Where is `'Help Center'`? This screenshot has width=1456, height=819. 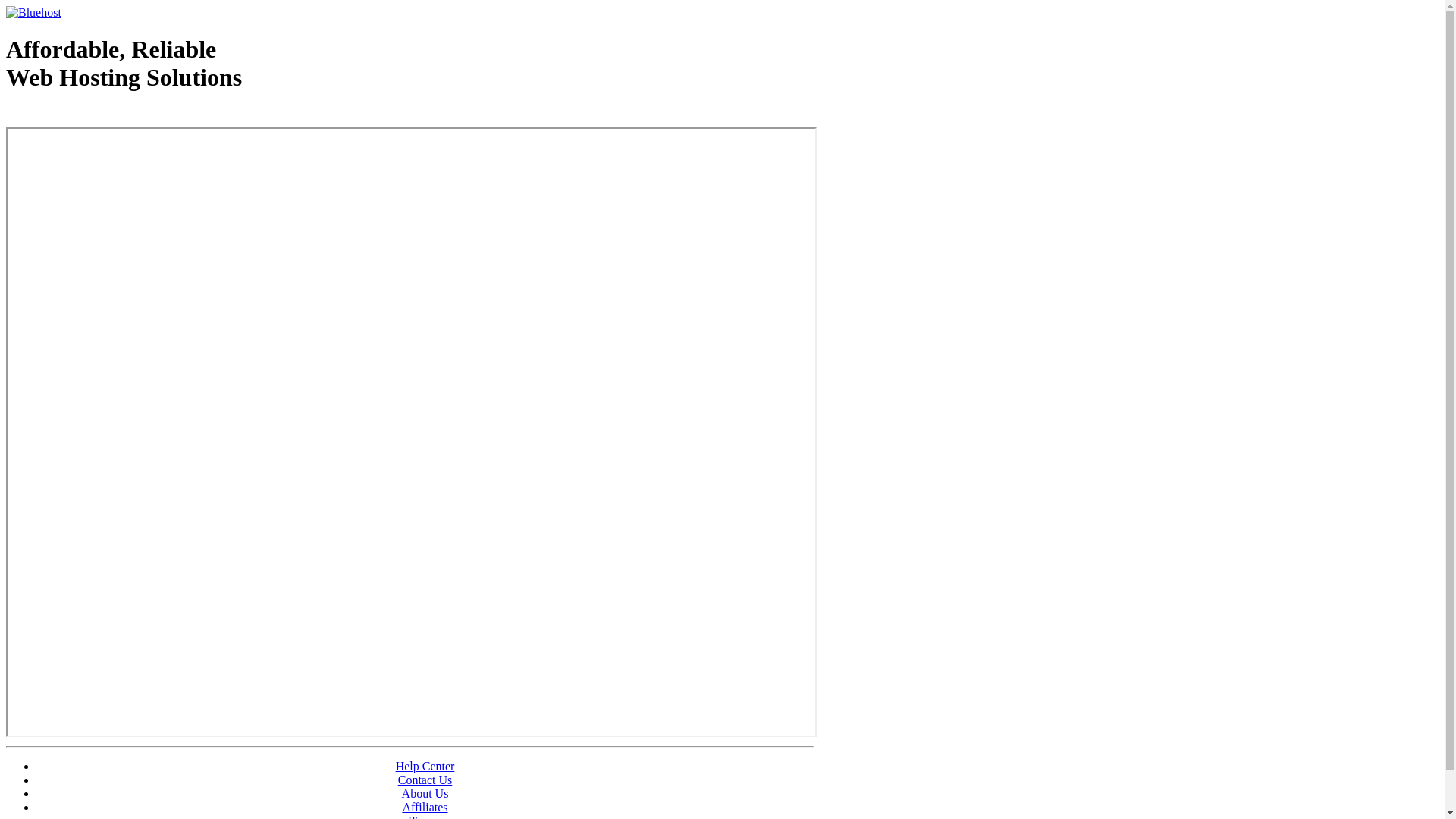 'Help Center' is located at coordinates (425, 766).